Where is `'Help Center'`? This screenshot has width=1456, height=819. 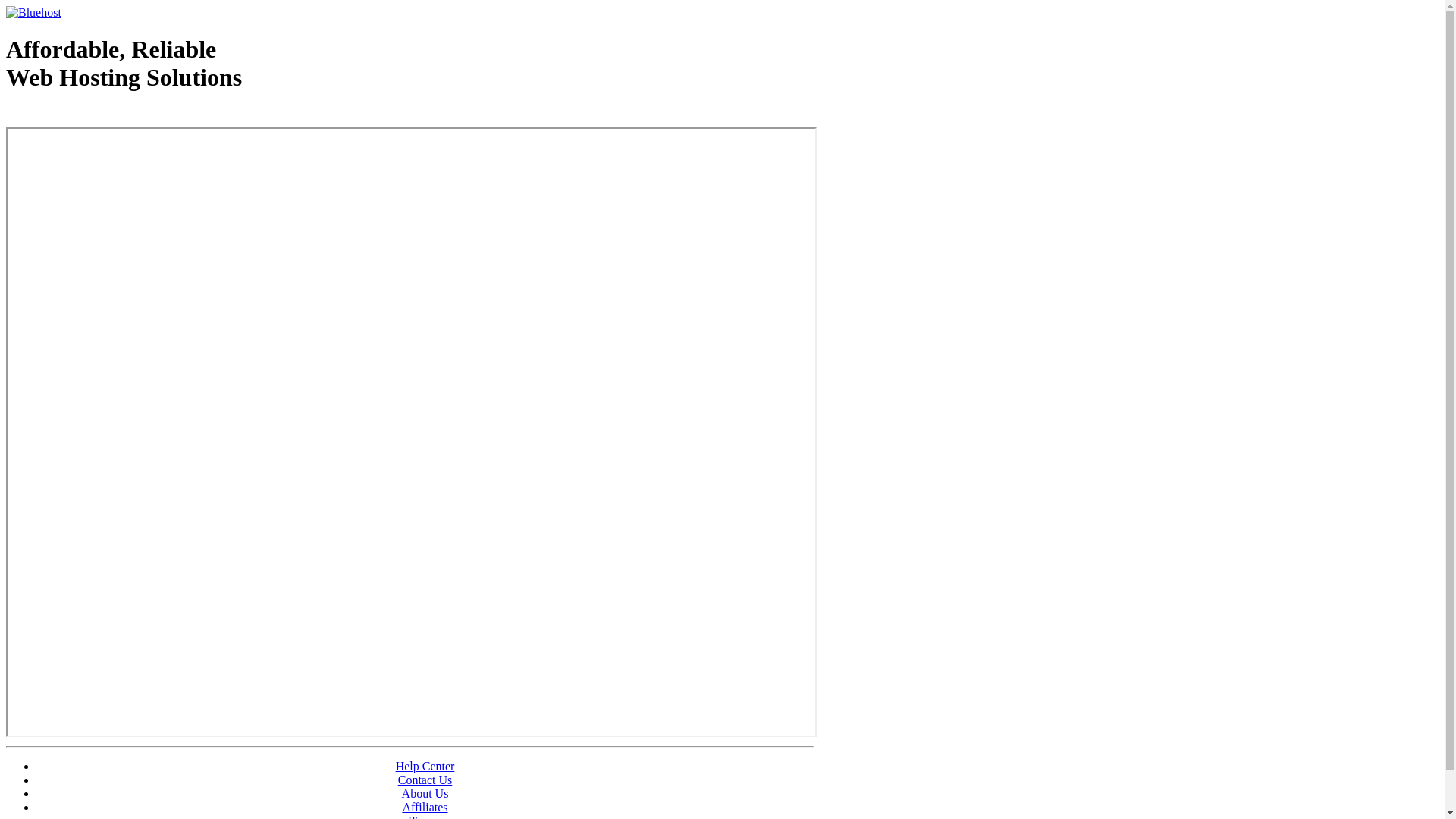 'Help Center' is located at coordinates (425, 766).